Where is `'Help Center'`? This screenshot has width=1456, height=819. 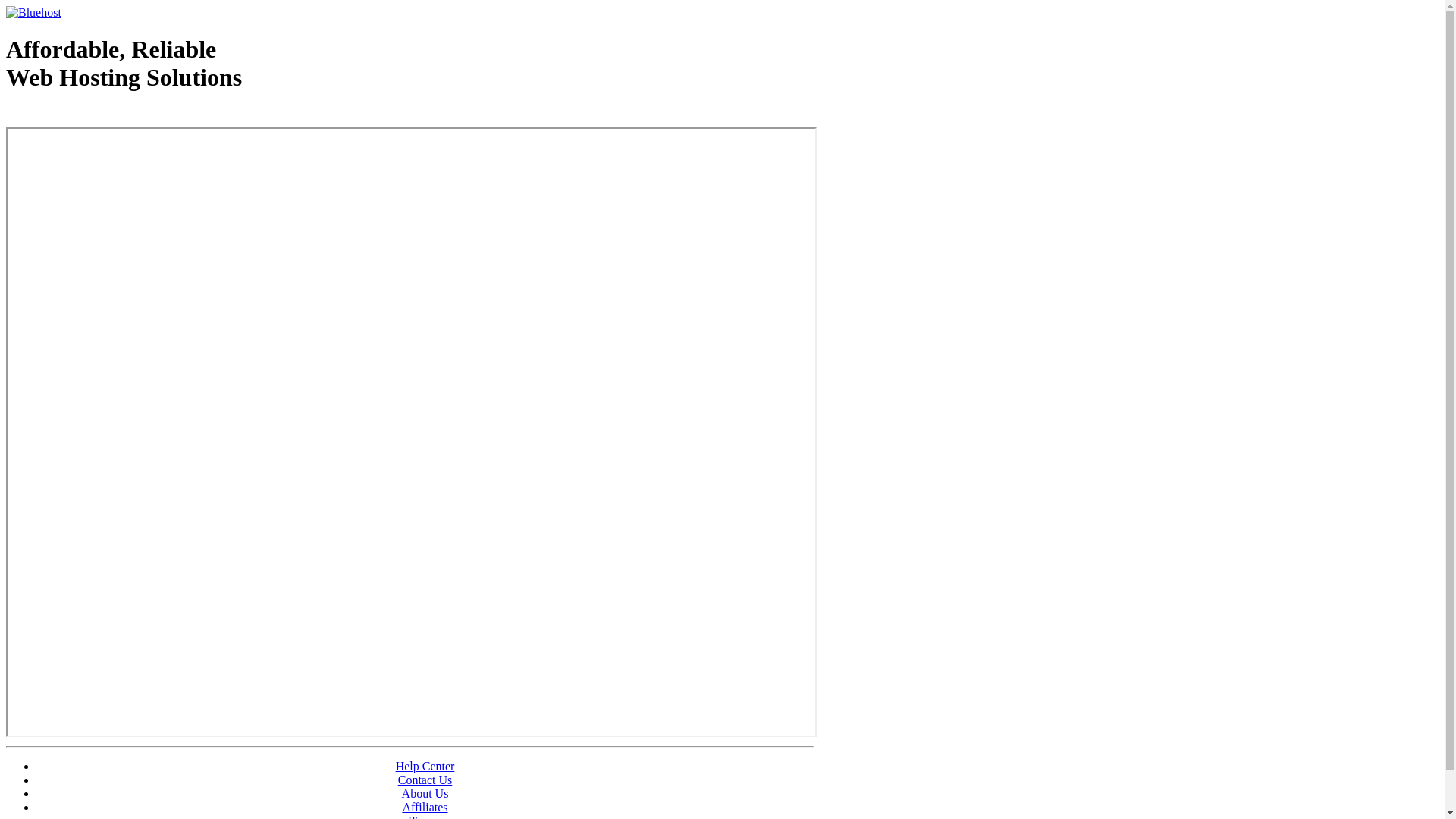 'Help Center' is located at coordinates (425, 766).